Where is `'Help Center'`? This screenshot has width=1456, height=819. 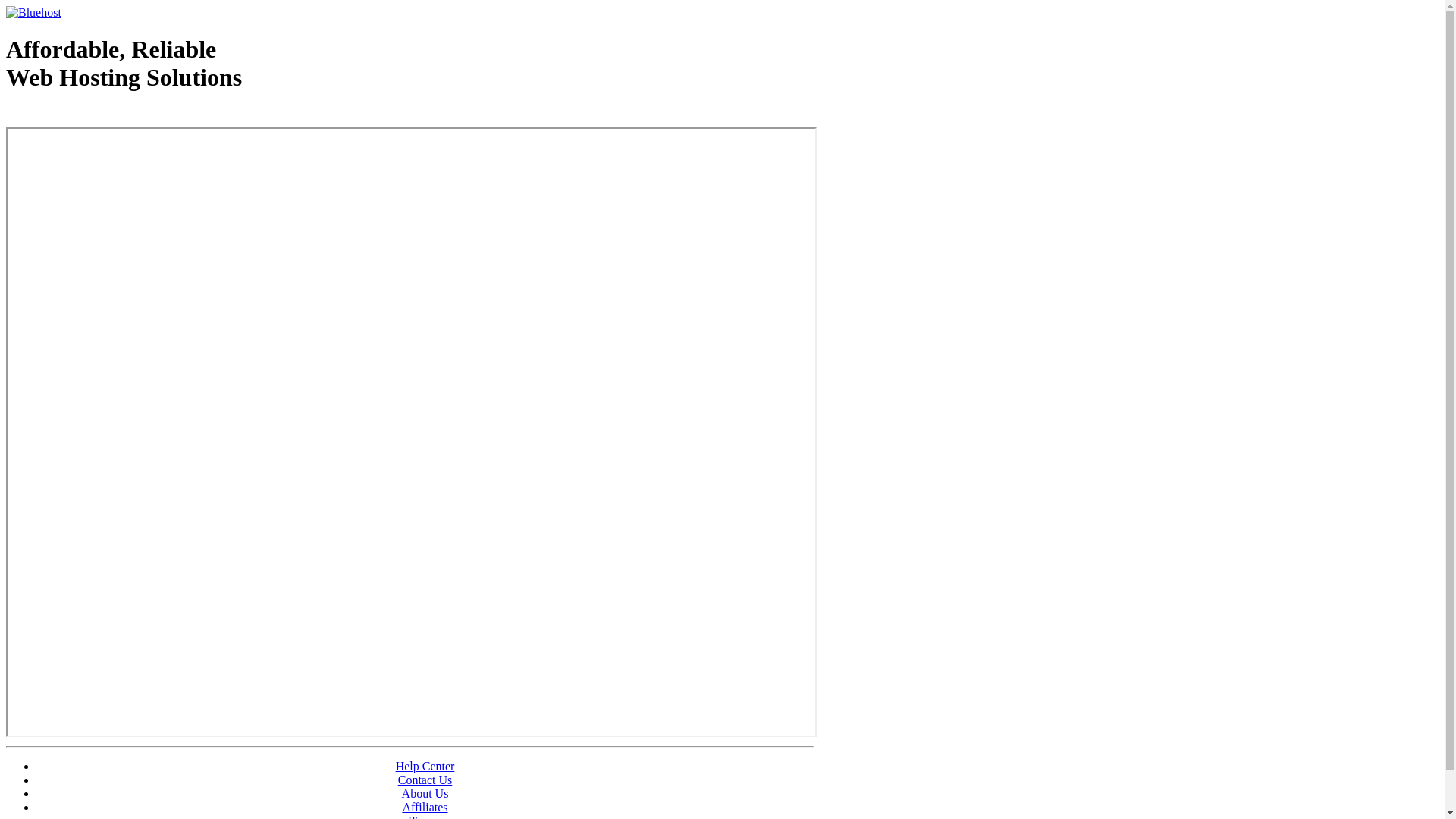 'Help Center' is located at coordinates (425, 766).